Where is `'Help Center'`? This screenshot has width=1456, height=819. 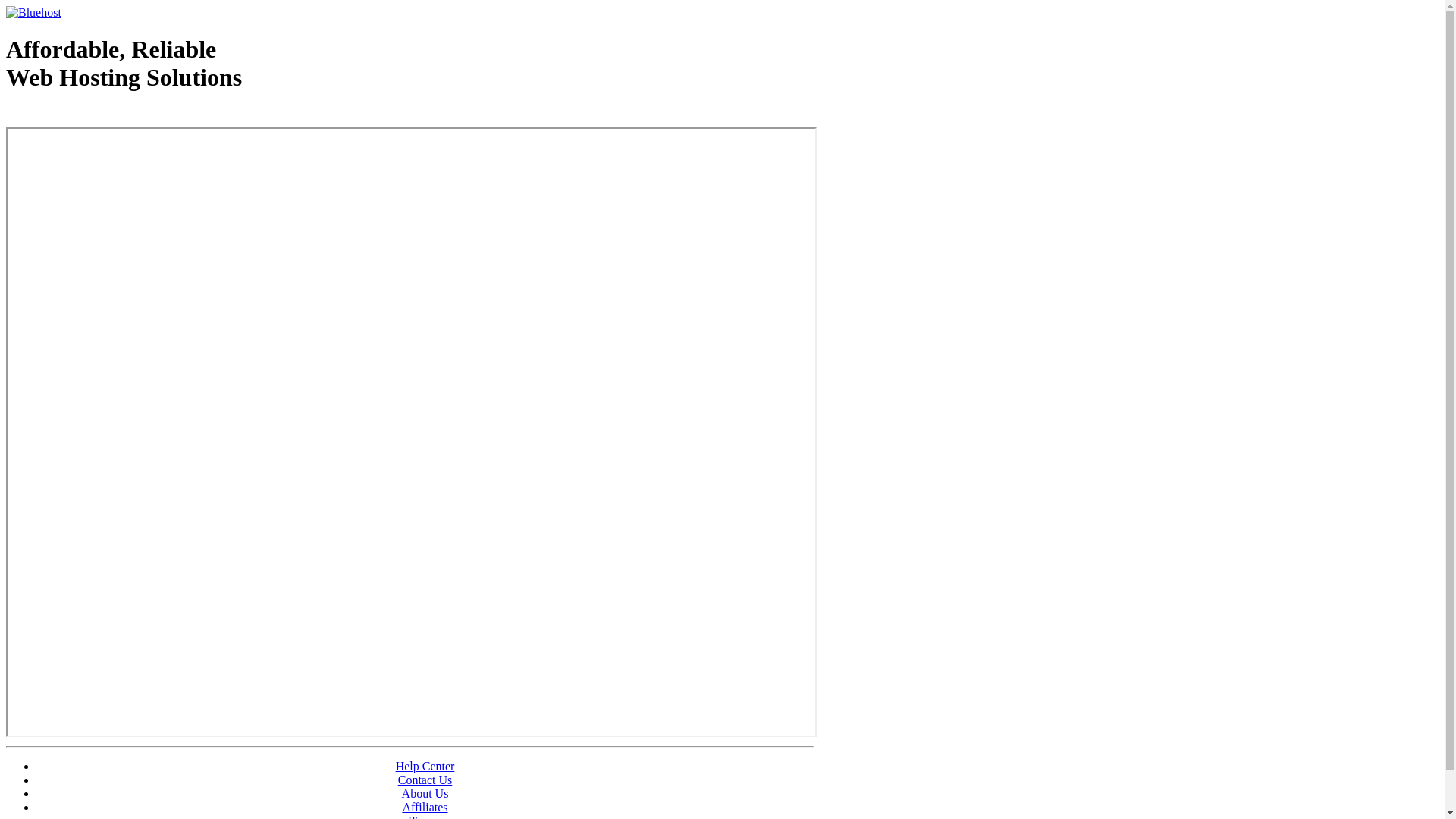 'Help Center' is located at coordinates (425, 766).